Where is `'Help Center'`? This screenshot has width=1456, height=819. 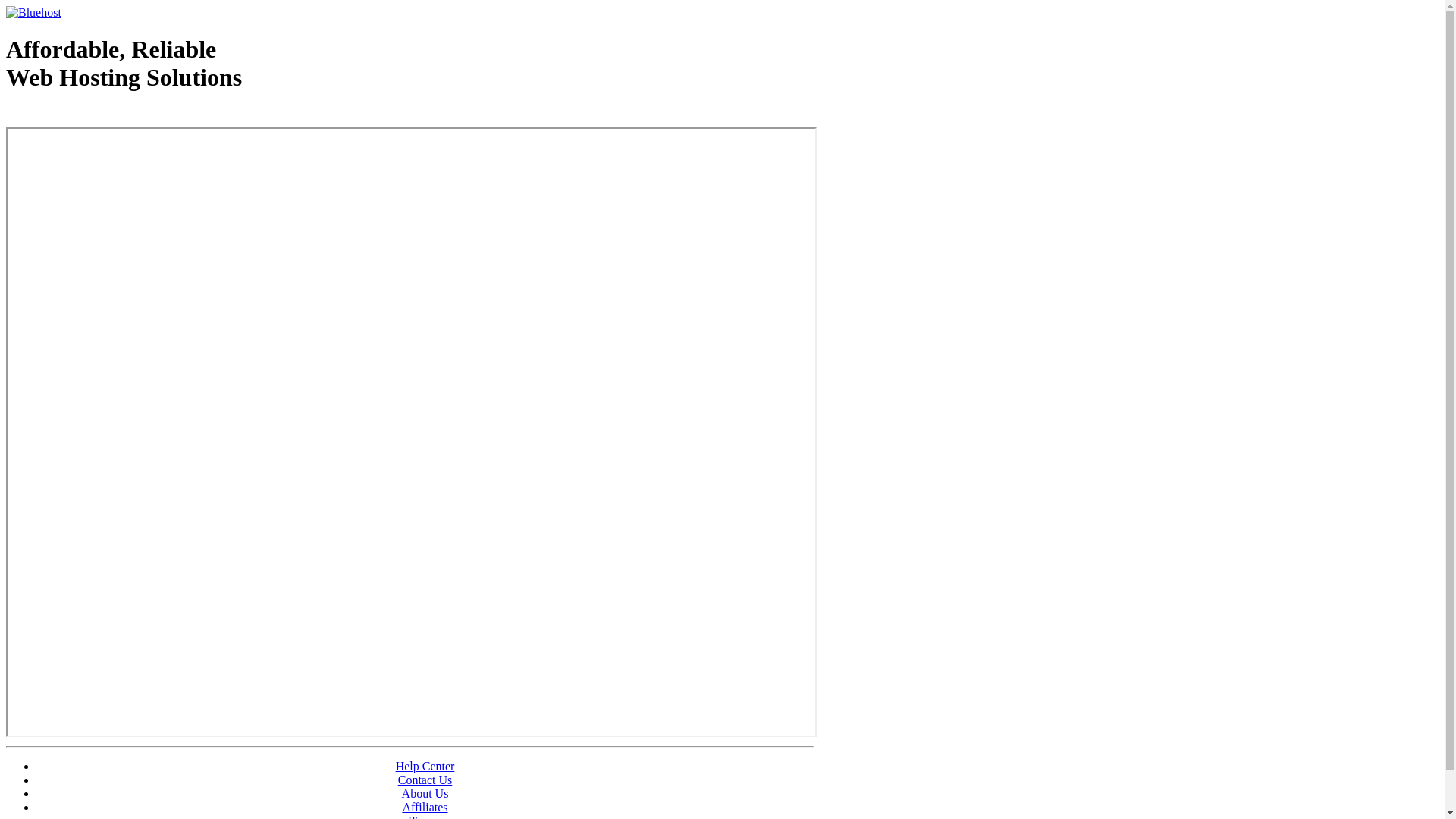 'Help Center' is located at coordinates (425, 766).